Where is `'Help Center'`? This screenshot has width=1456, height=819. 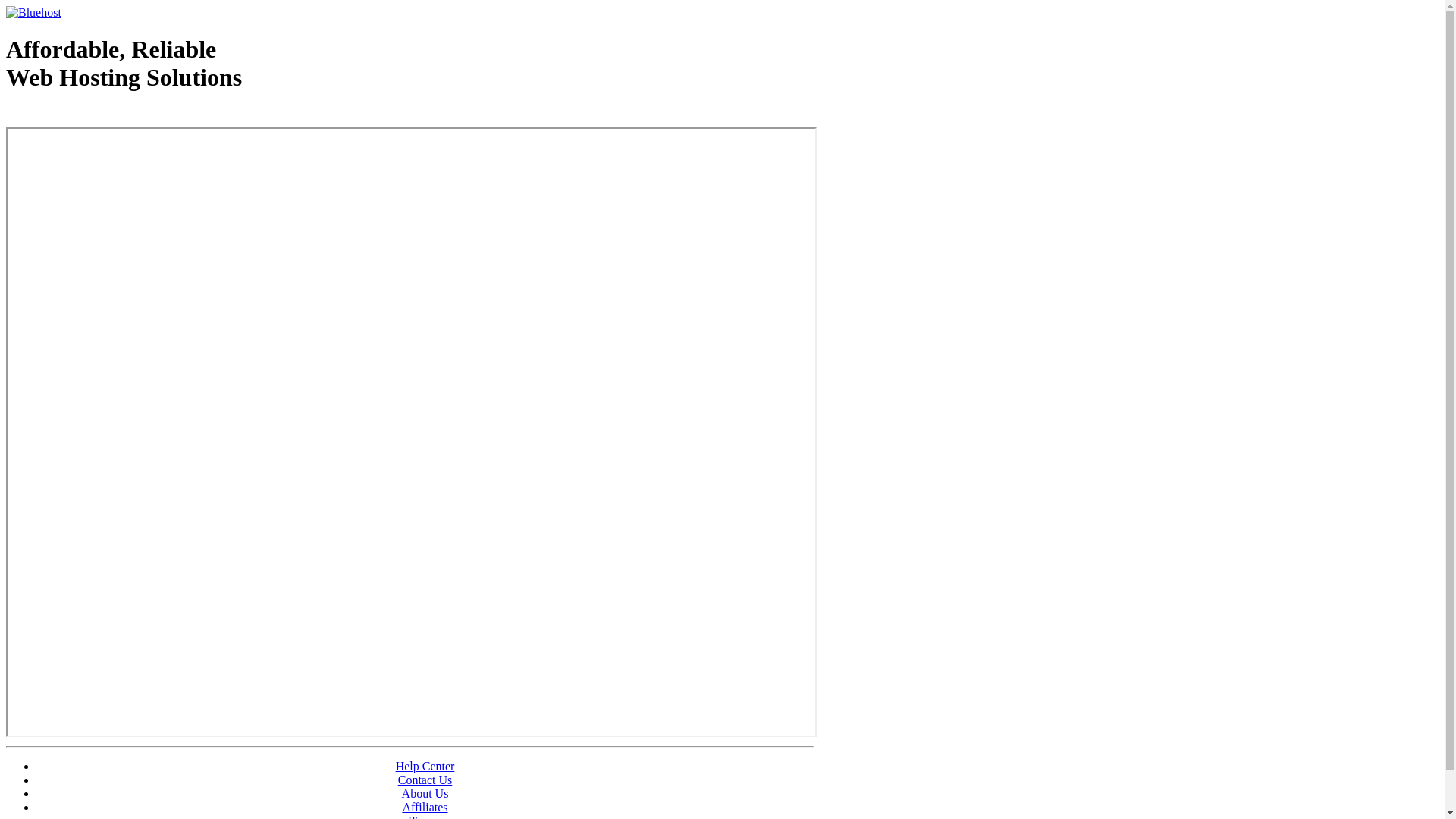 'Help Center' is located at coordinates (425, 766).